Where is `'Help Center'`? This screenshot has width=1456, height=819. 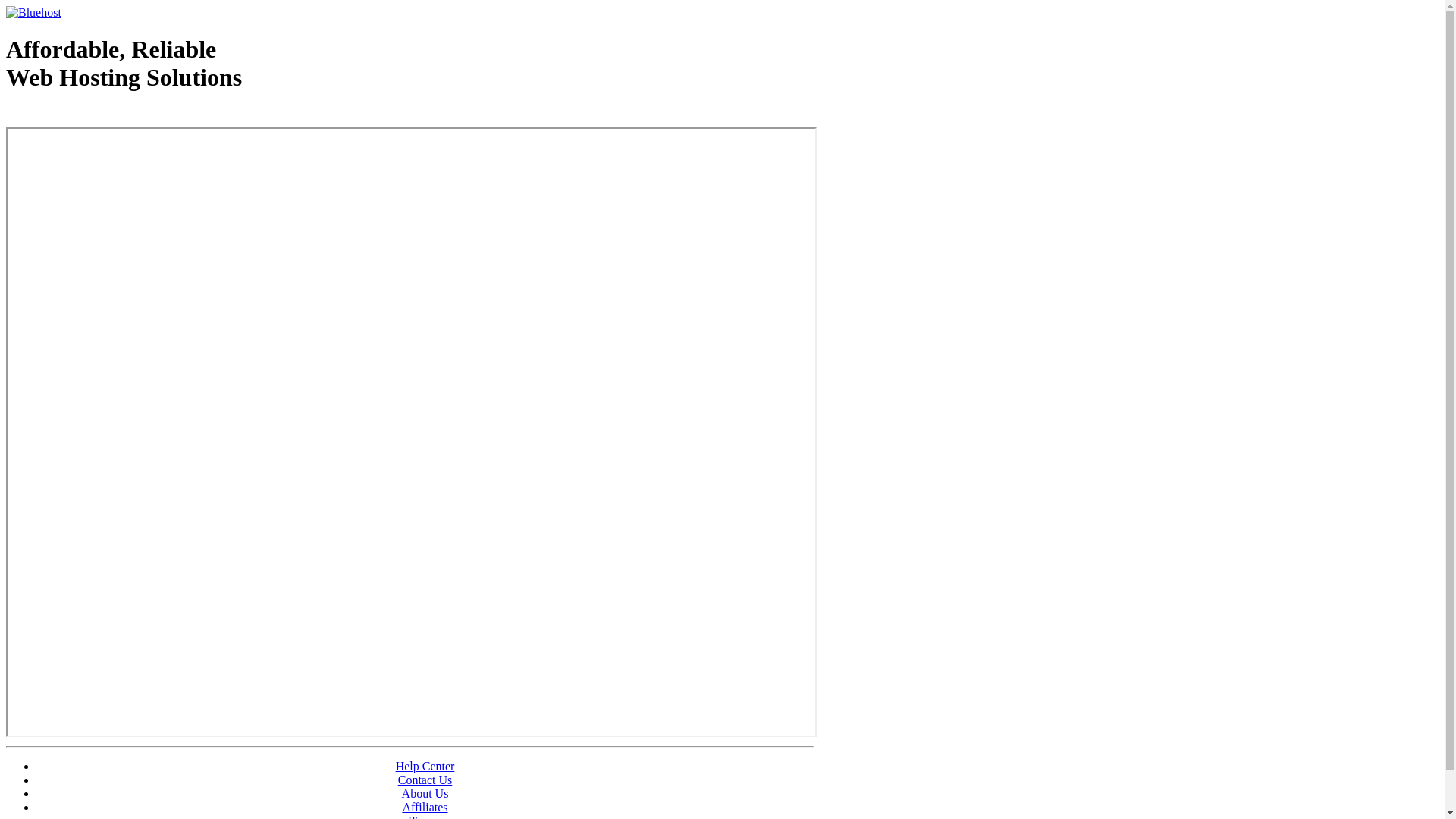 'Help Center' is located at coordinates (425, 766).